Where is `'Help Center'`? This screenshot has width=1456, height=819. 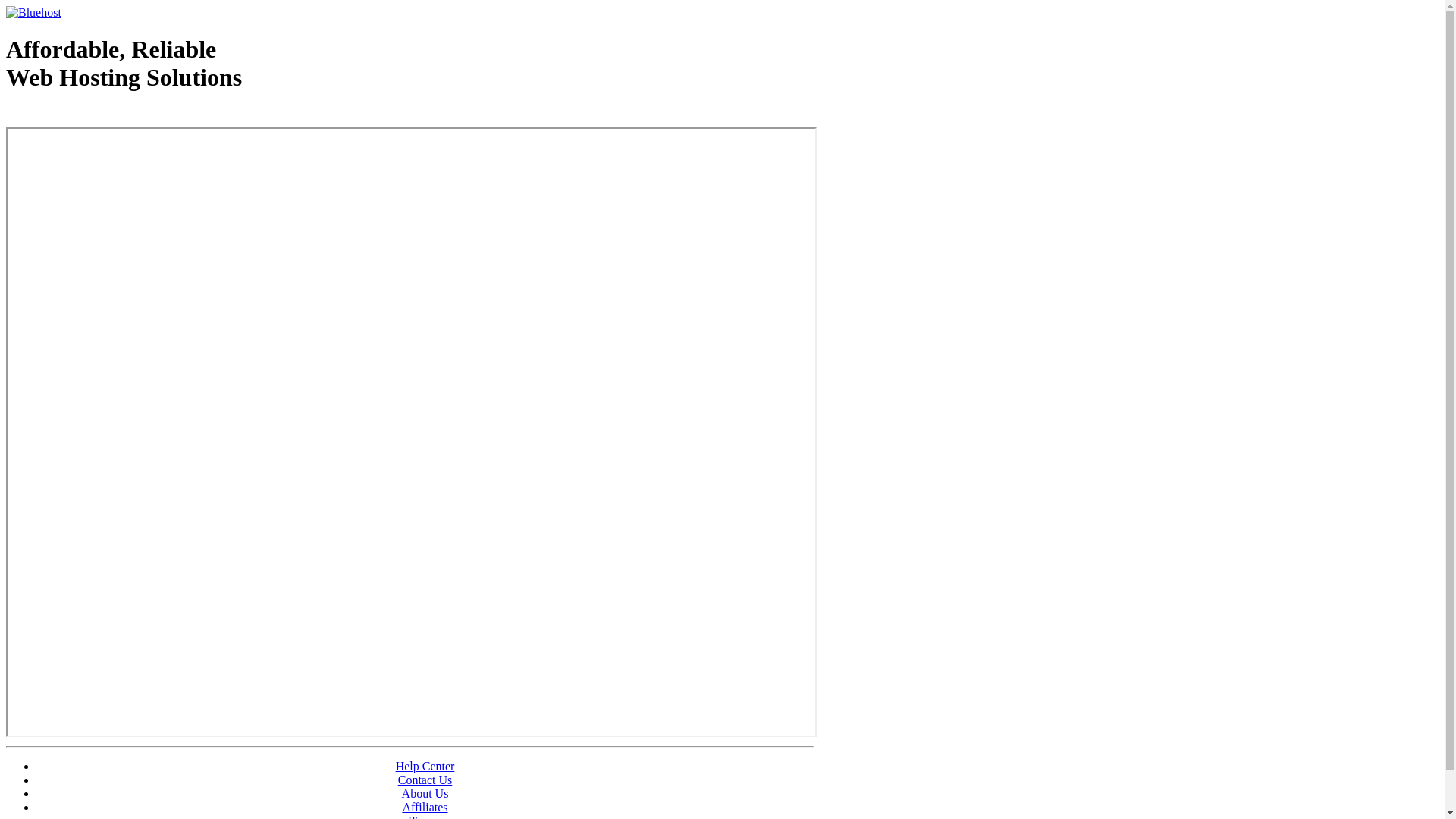 'Help Center' is located at coordinates (425, 766).